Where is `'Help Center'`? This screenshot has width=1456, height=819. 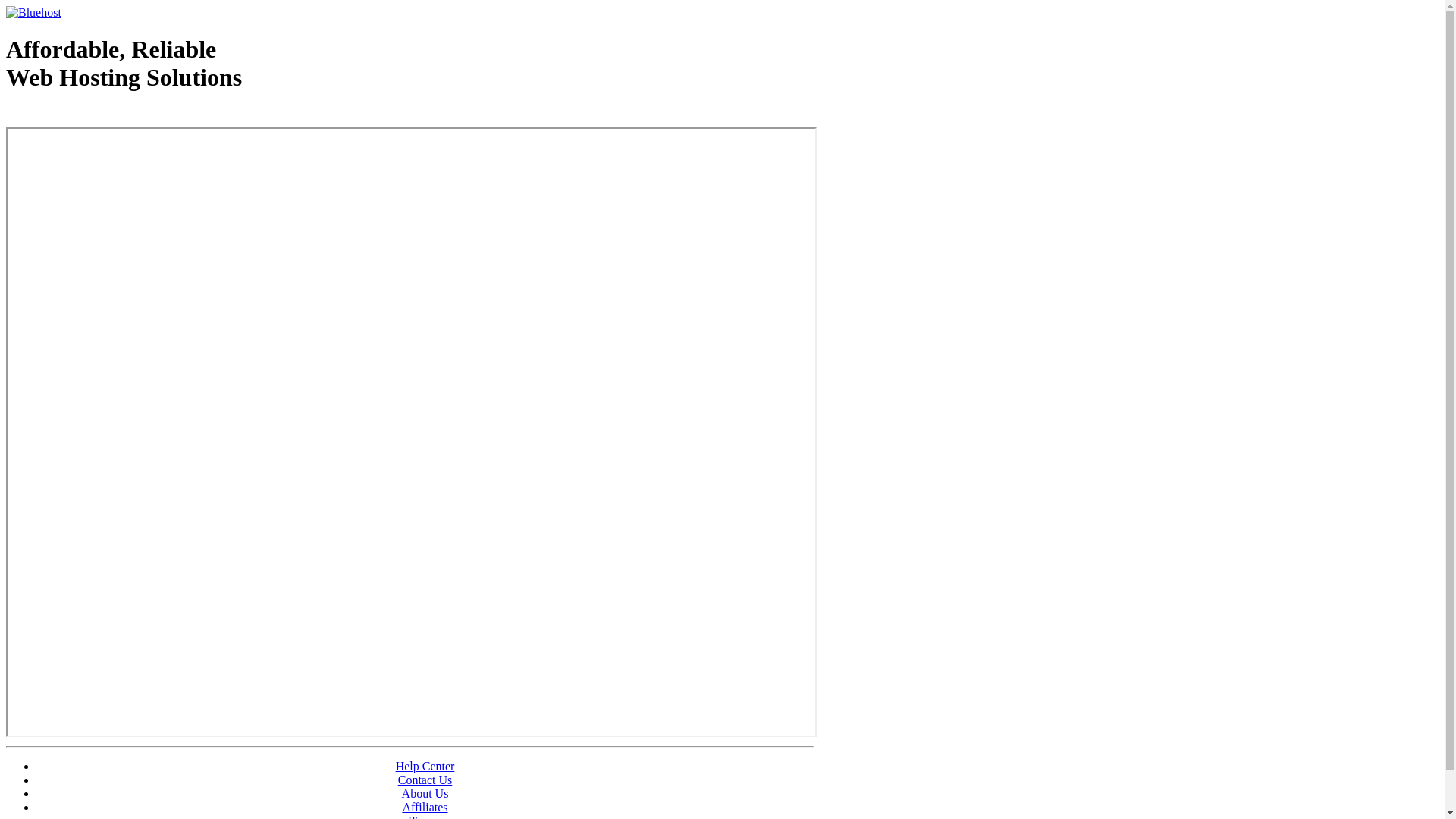 'Help Center' is located at coordinates (425, 766).